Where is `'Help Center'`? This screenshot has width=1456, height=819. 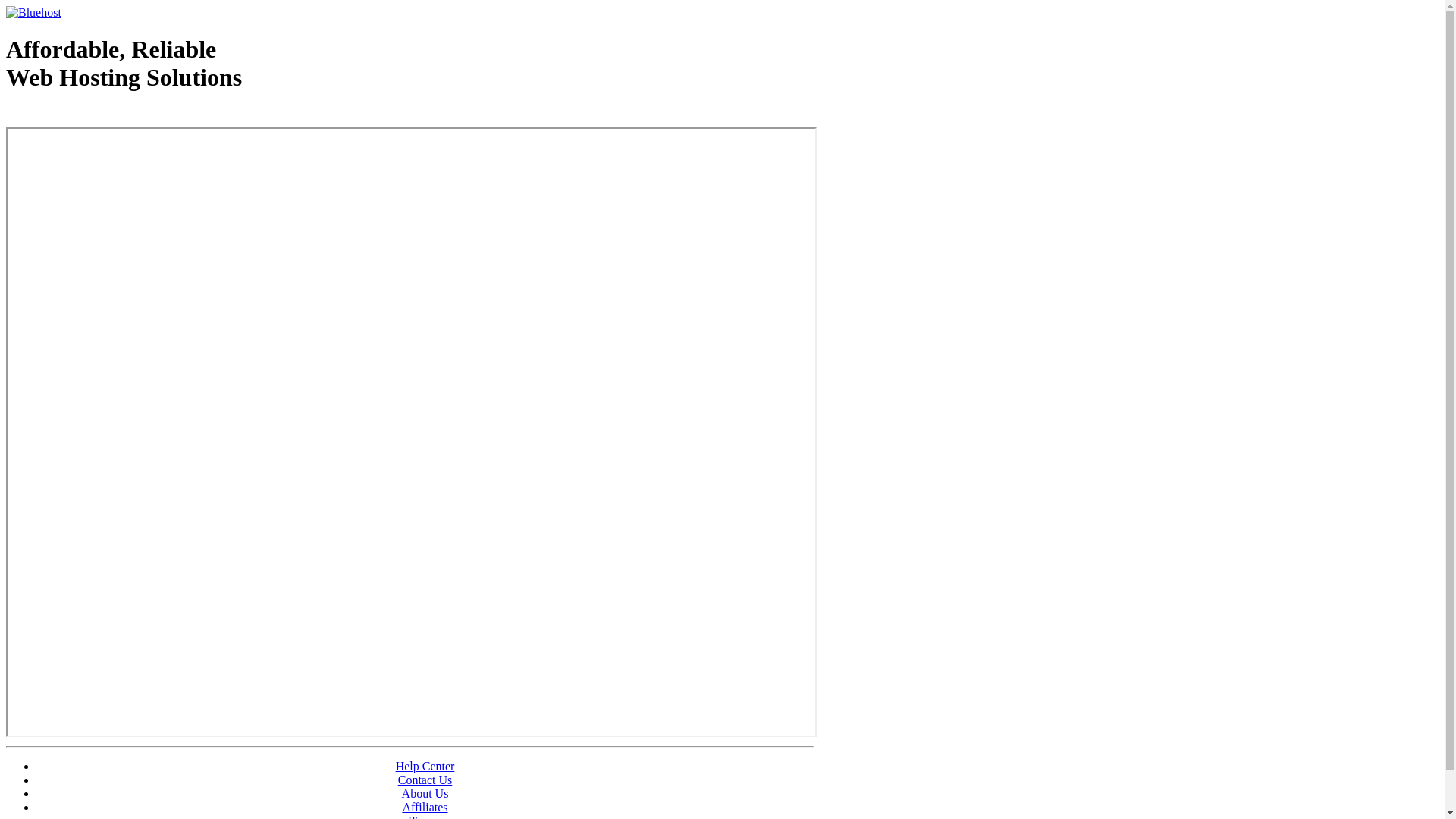 'Help Center' is located at coordinates (425, 766).